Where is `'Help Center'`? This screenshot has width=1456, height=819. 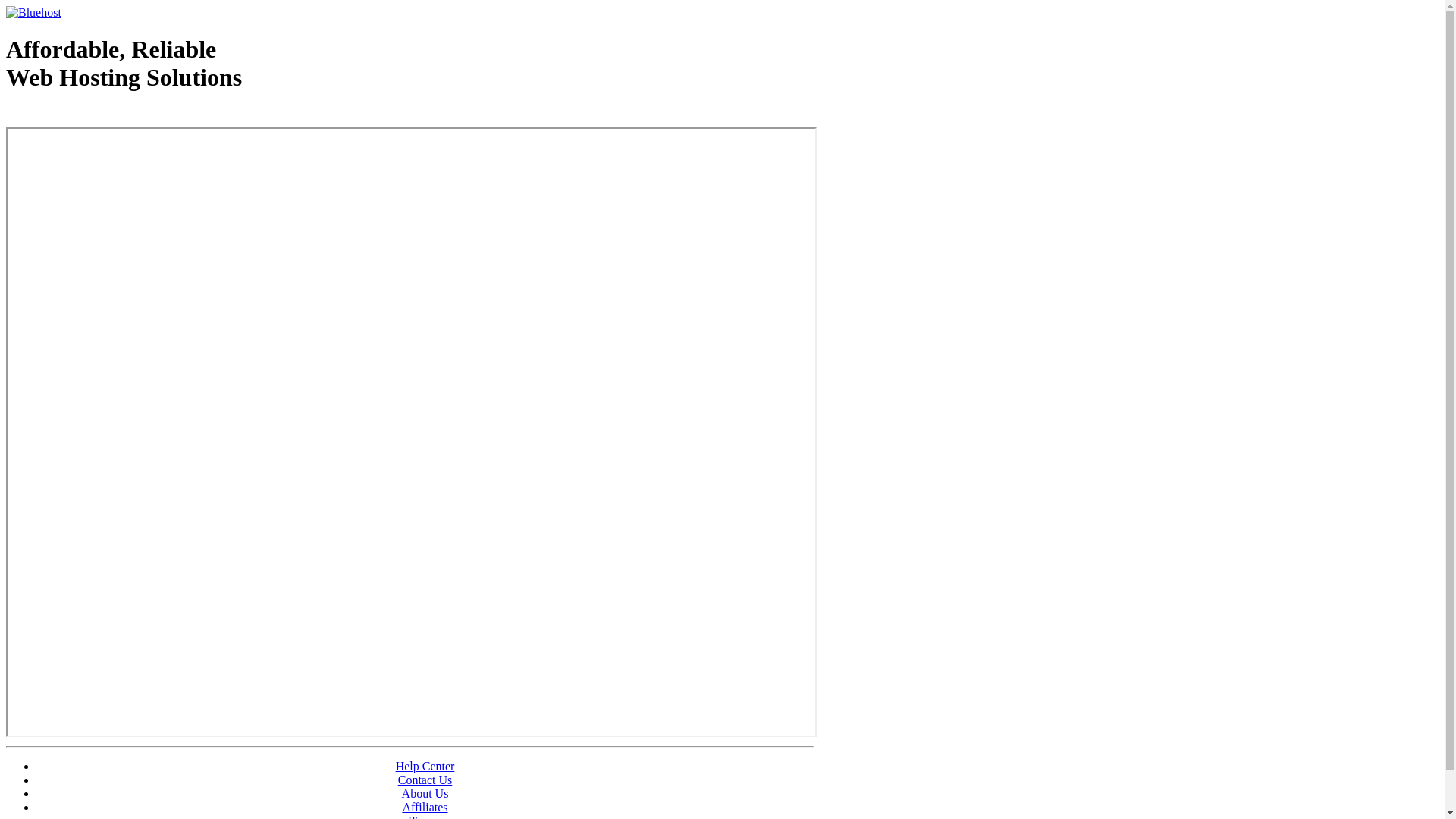 'Help Center' is located at coordinates (425, 766).